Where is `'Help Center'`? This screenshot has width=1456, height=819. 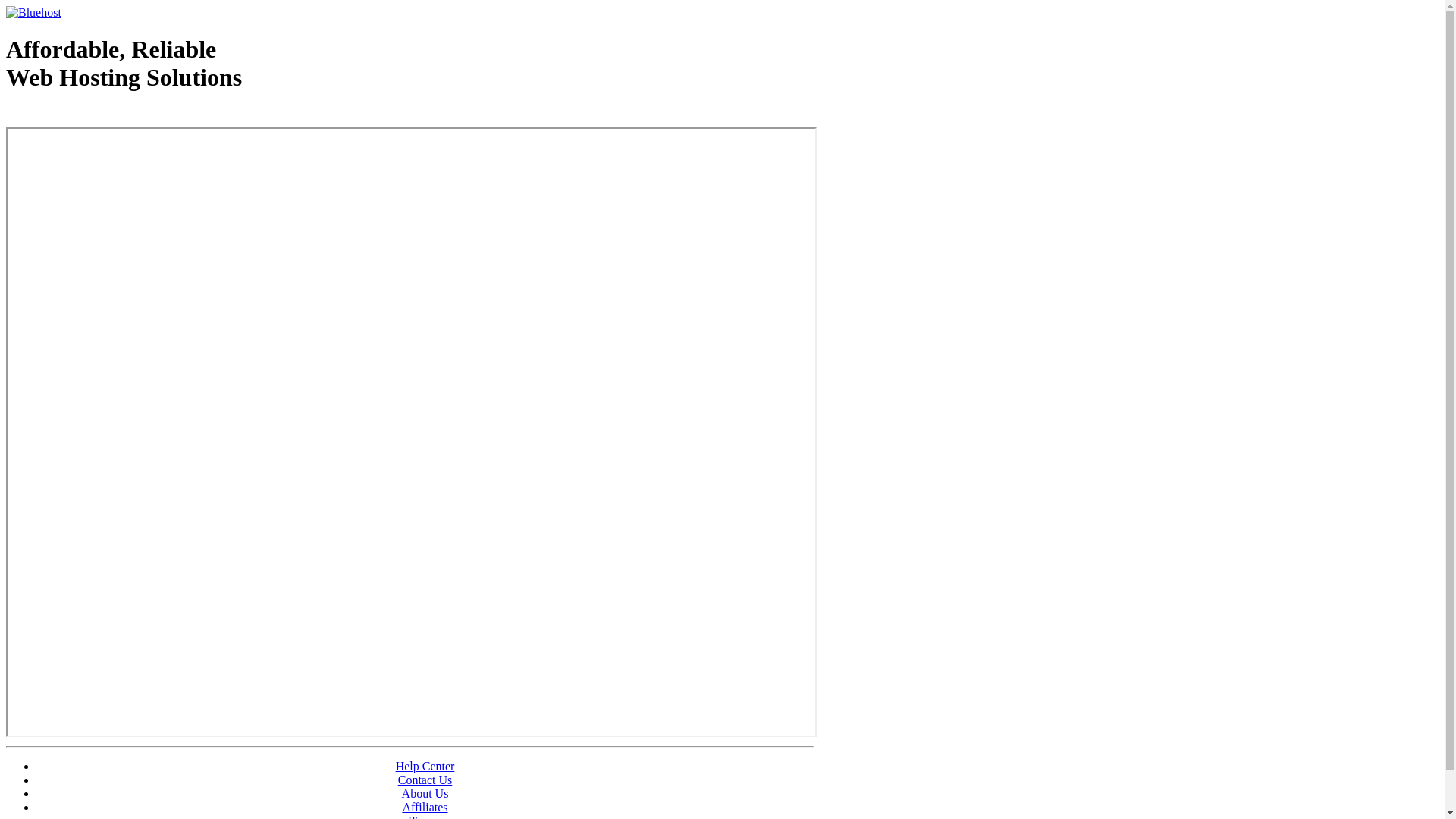 'Help Center' is located at coordinates (425, 766).